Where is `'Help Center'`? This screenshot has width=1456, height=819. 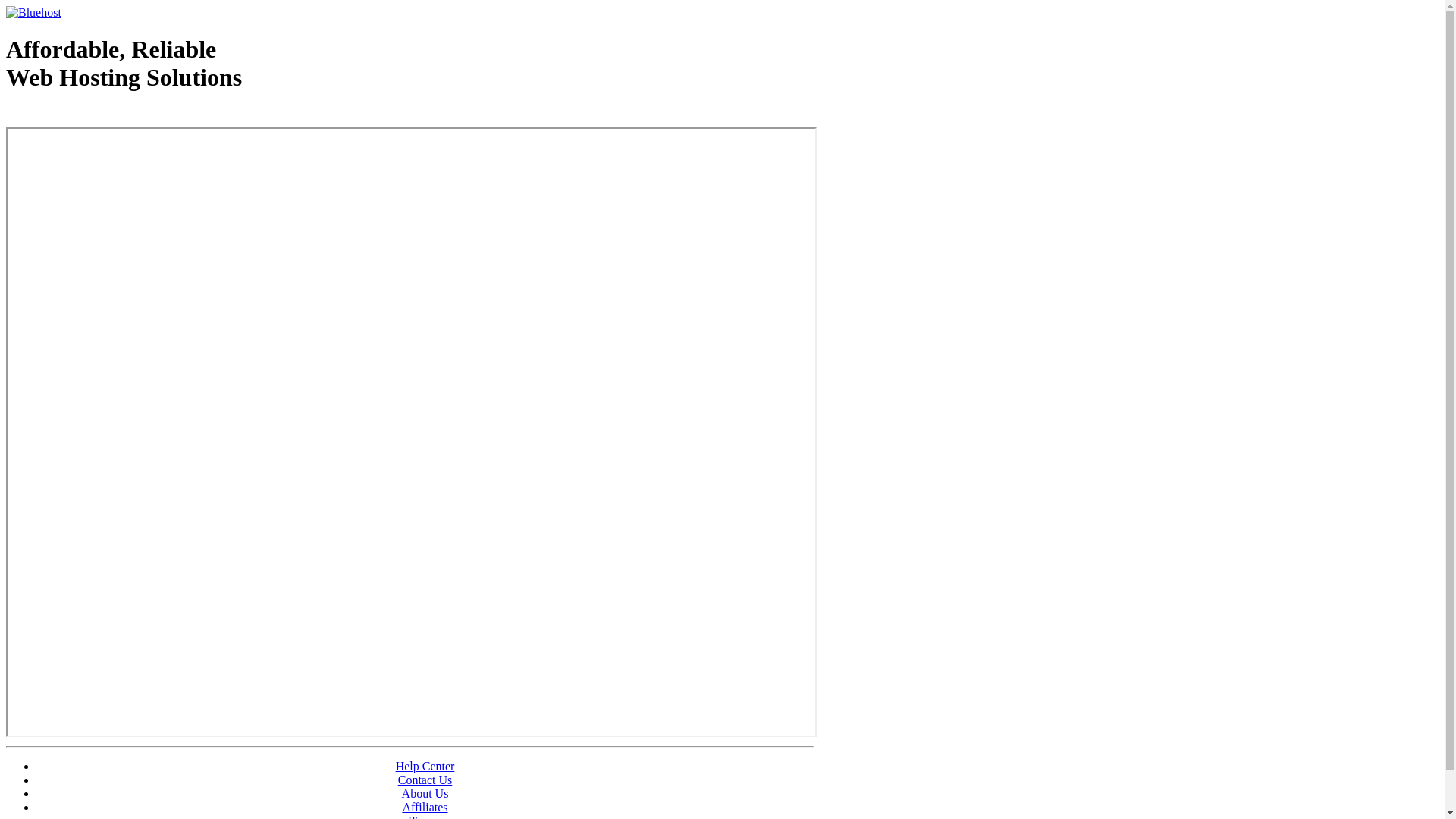 'Help Center' is located at coordinates (425, 766).